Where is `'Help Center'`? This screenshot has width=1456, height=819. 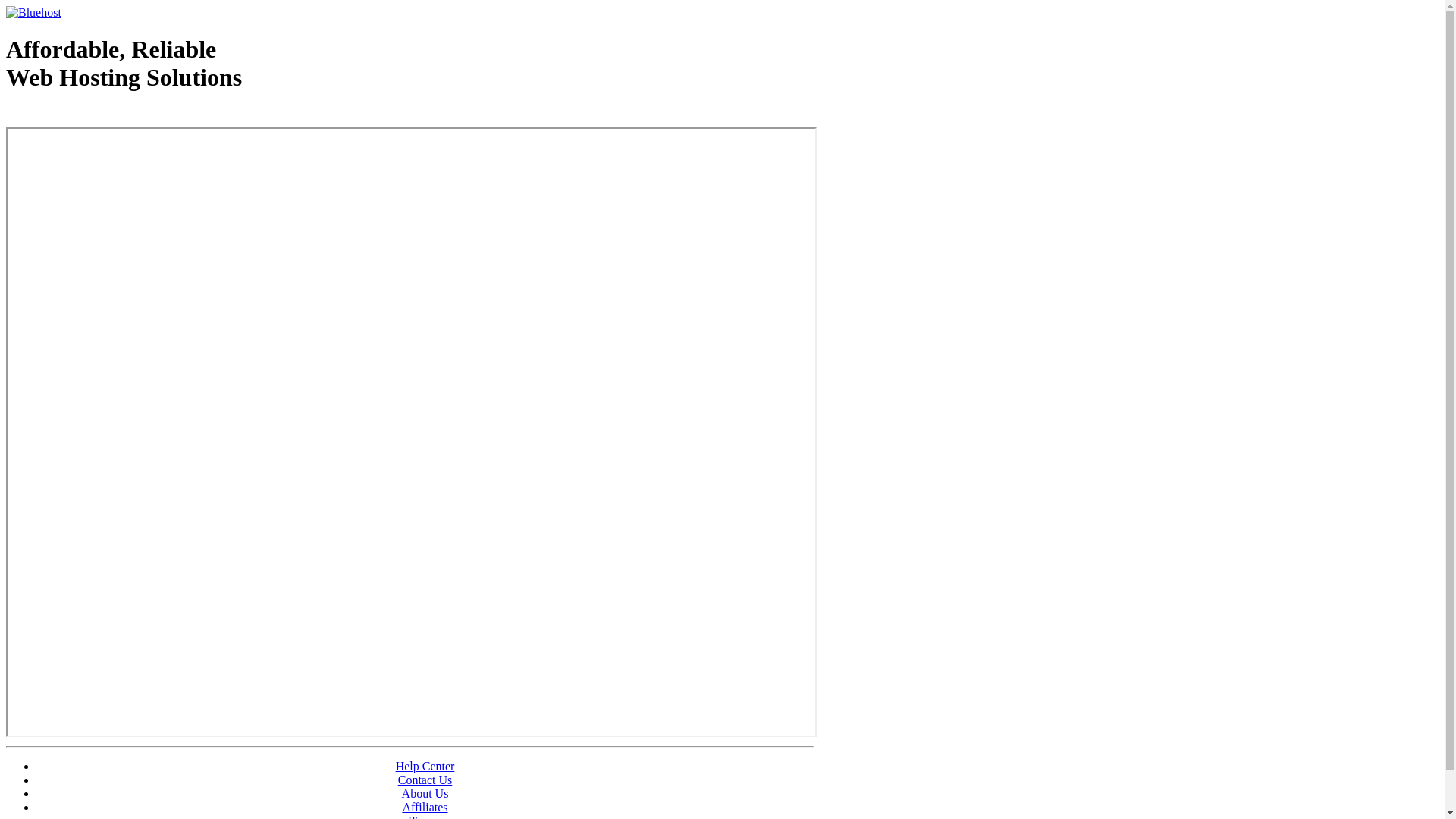 'Help Center' is located at coordinates (425, 766).